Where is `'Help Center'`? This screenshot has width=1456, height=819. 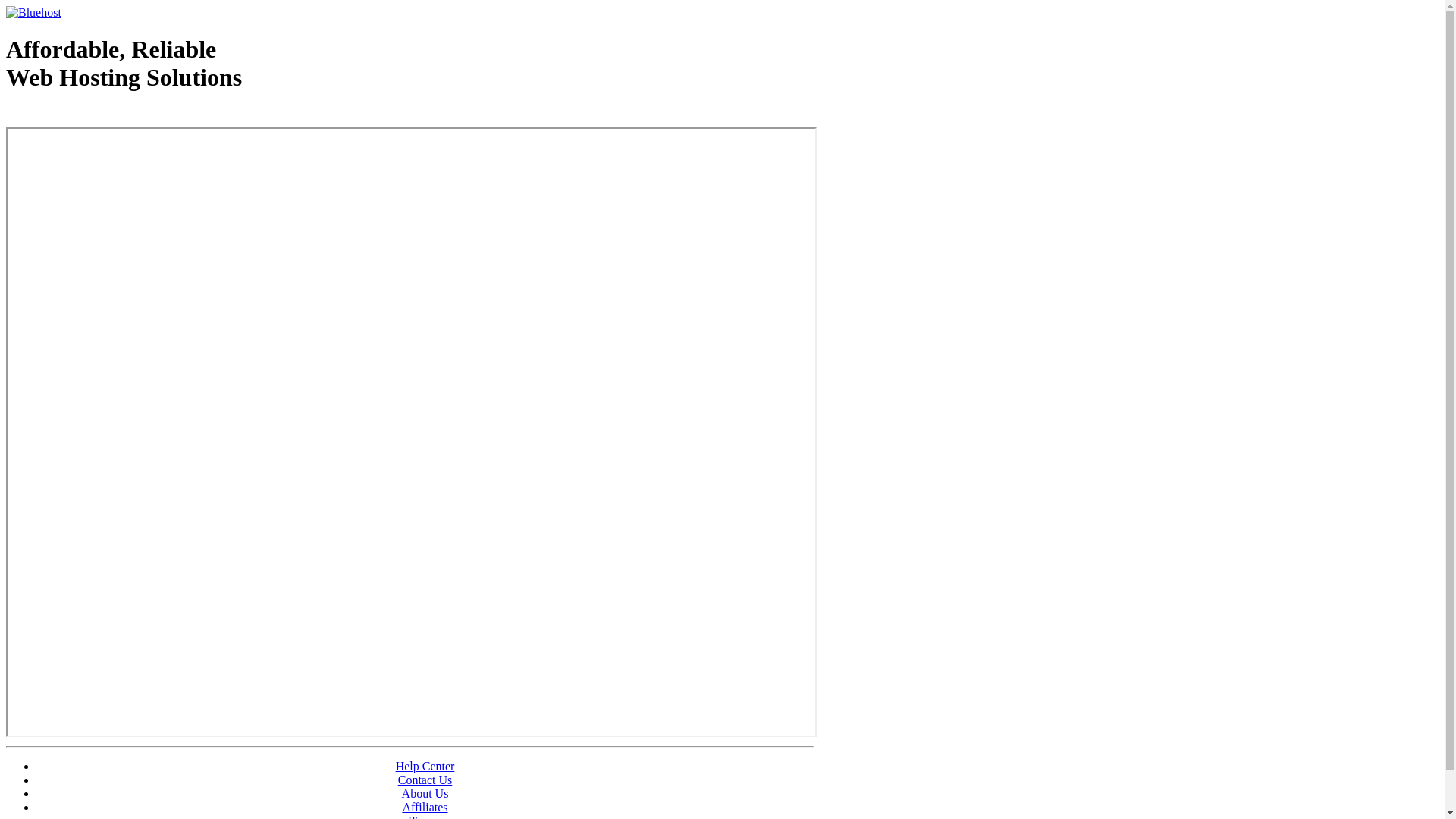 'Help Center' is located at coordinates (425, 766).